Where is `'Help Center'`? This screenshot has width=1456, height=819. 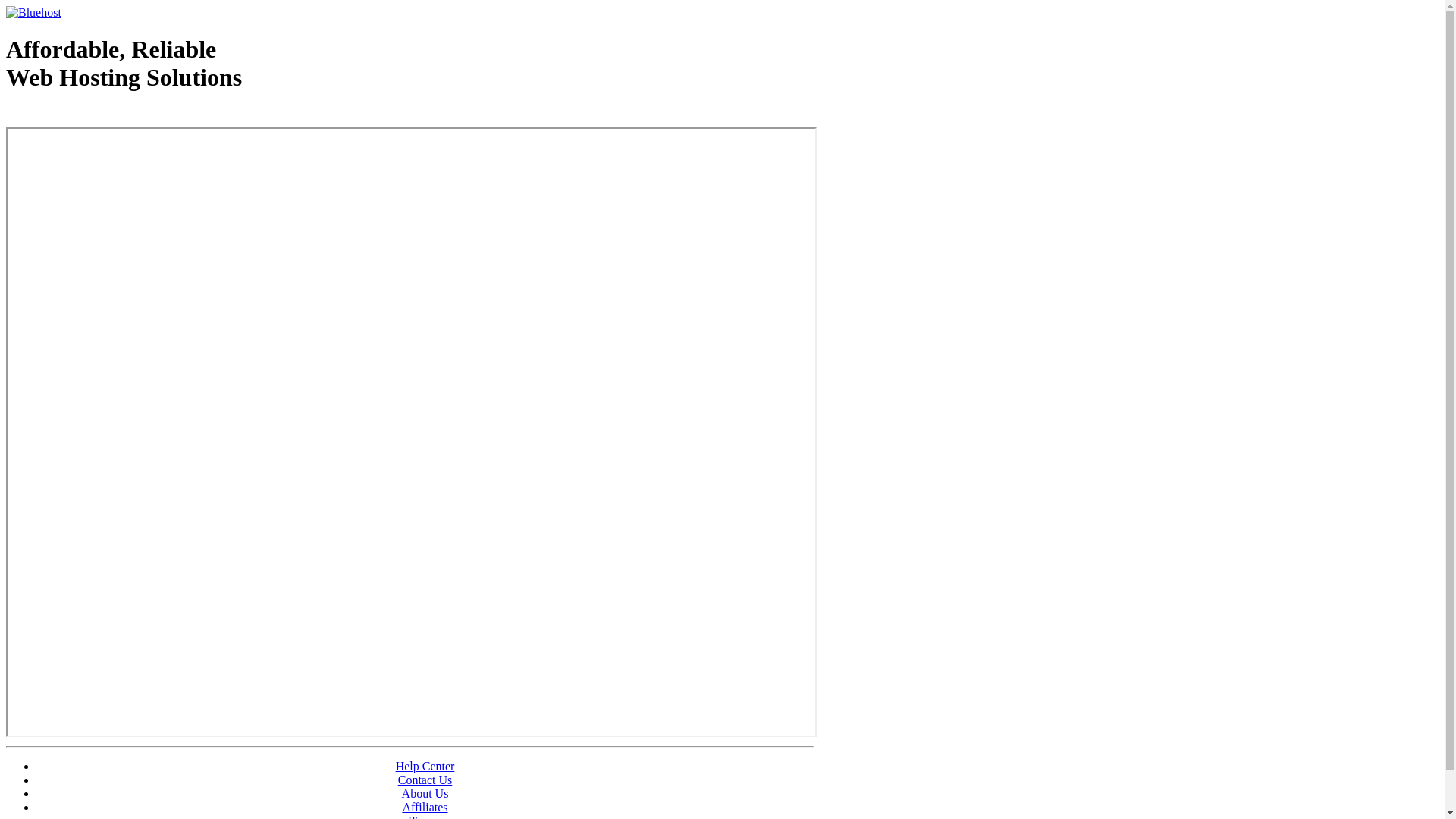 'Help Center' is located at coordinates (425, 766).